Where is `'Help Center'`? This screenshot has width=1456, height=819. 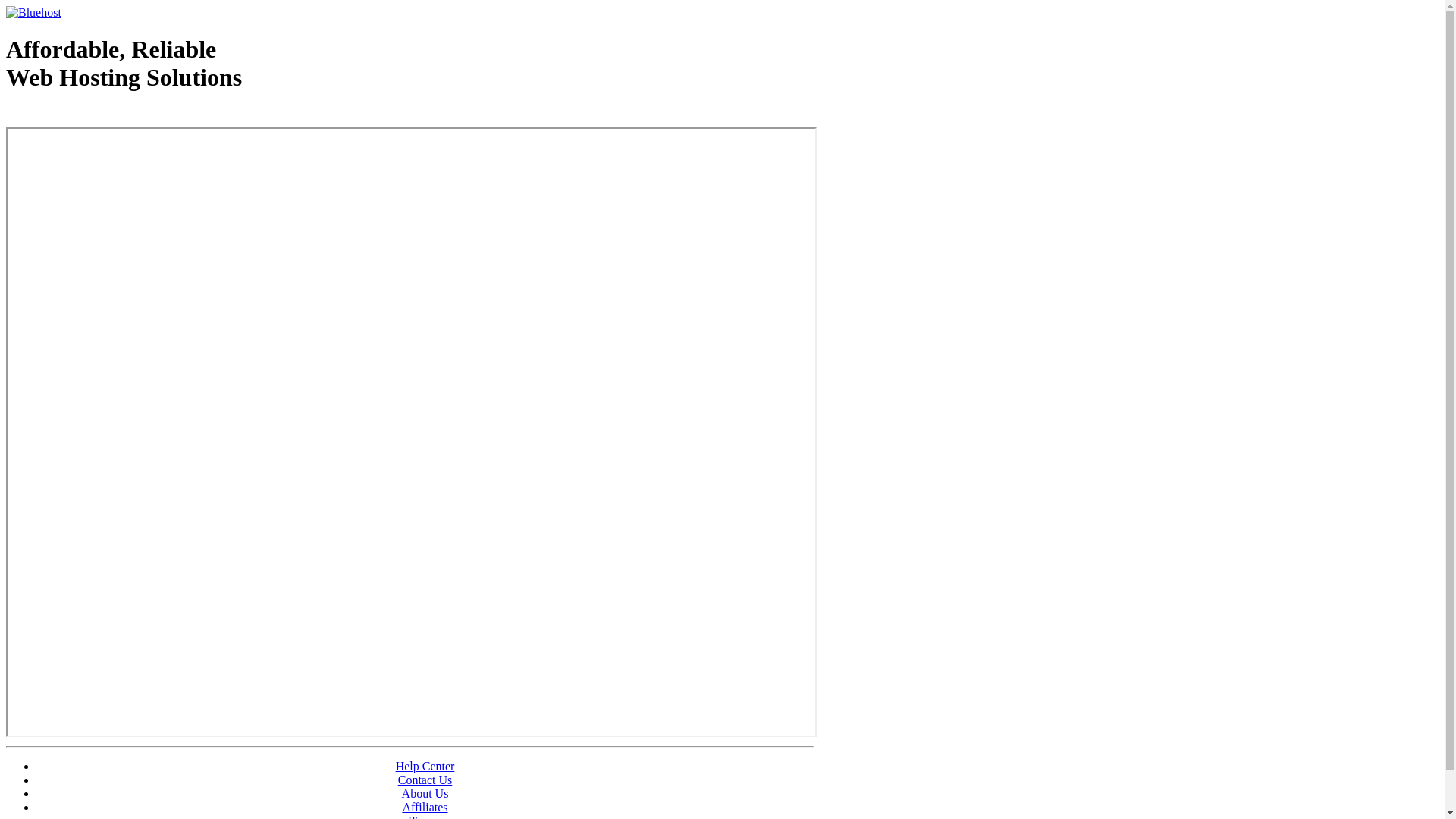 'Help Center' is located at coordinates (425, 766).